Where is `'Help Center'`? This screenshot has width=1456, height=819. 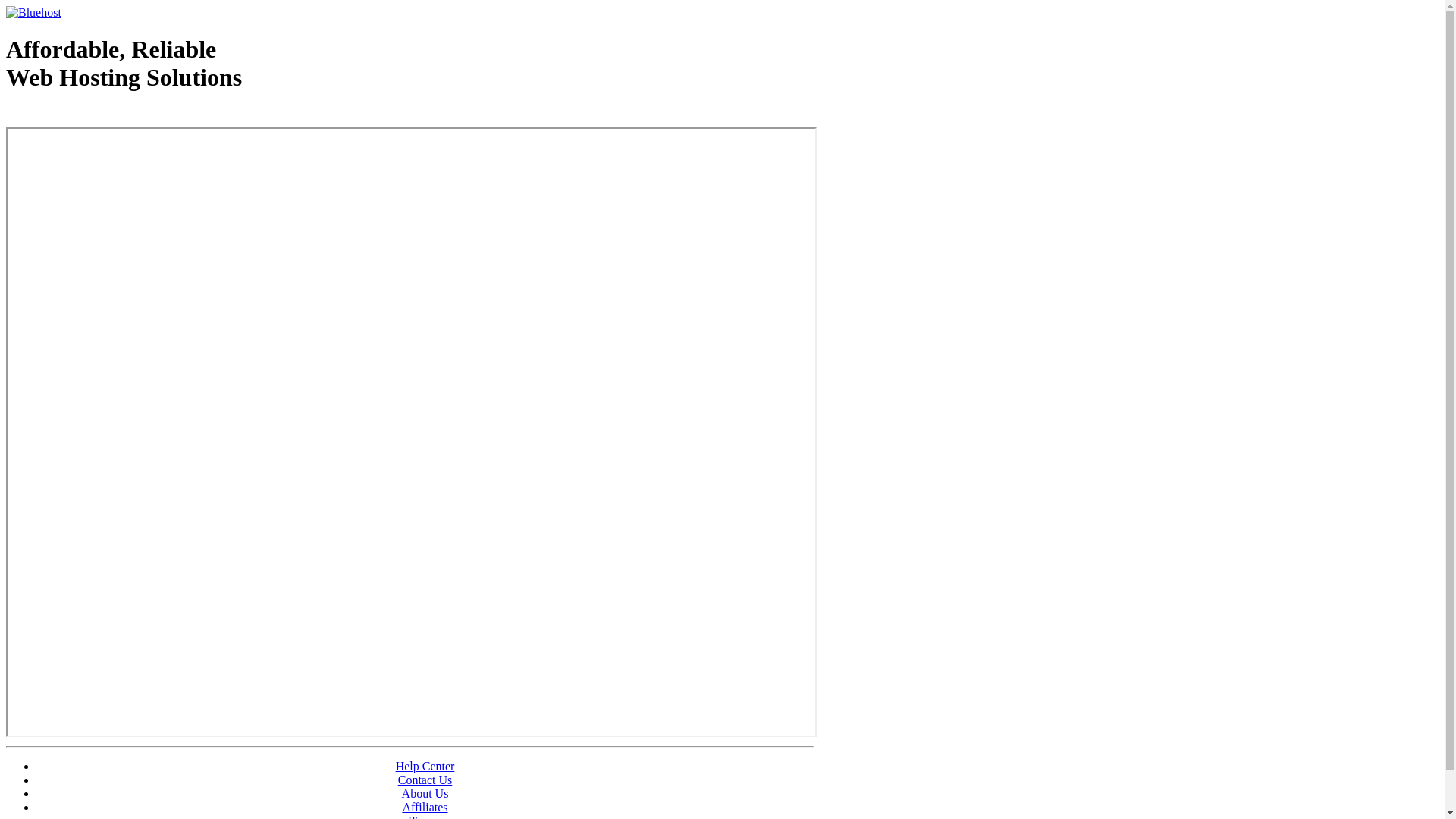 'Help Center' is located at coordinates (425, 766).